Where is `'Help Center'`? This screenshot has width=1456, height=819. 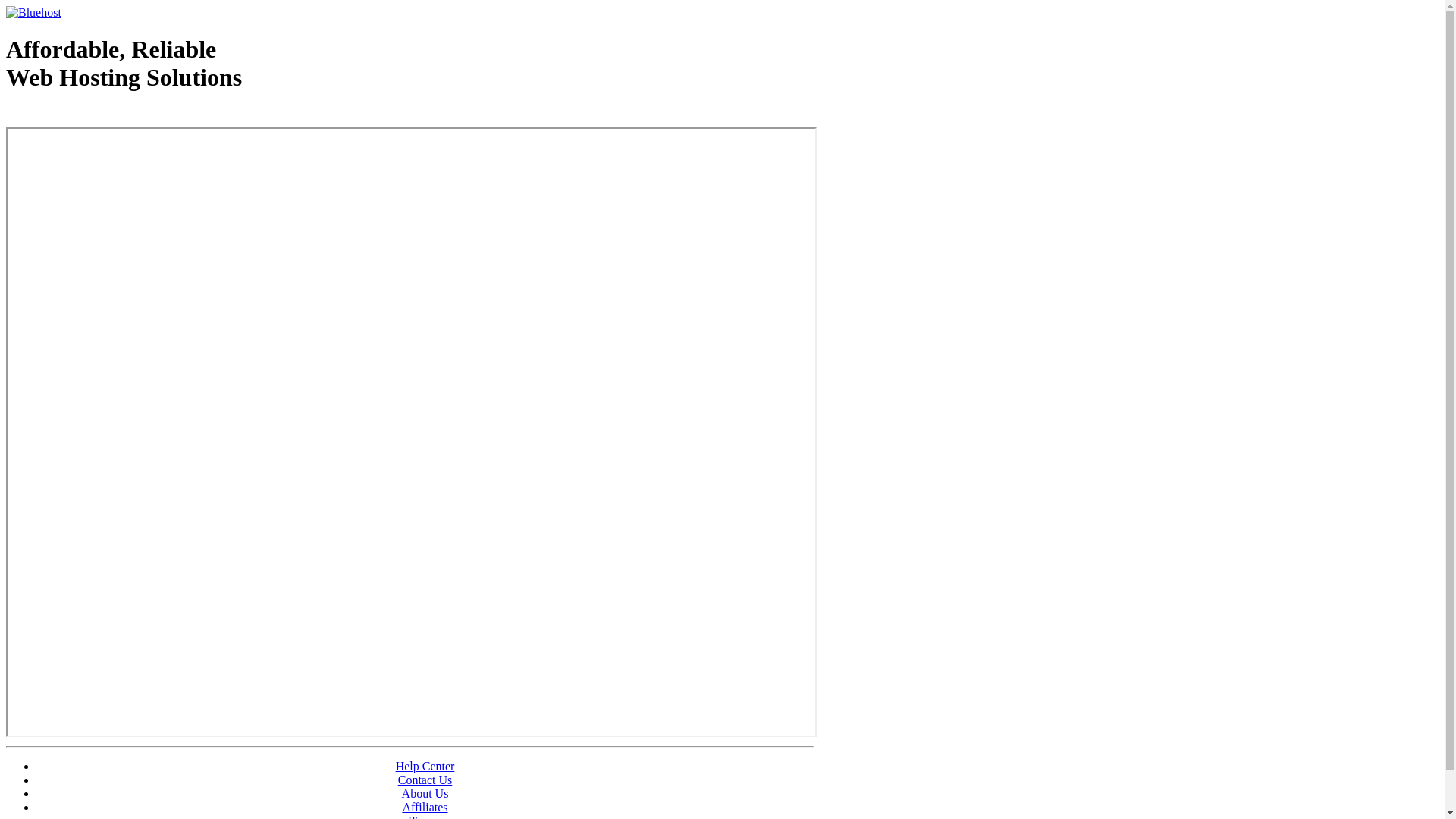 'Help Center' is located at coordinates (425, 766).